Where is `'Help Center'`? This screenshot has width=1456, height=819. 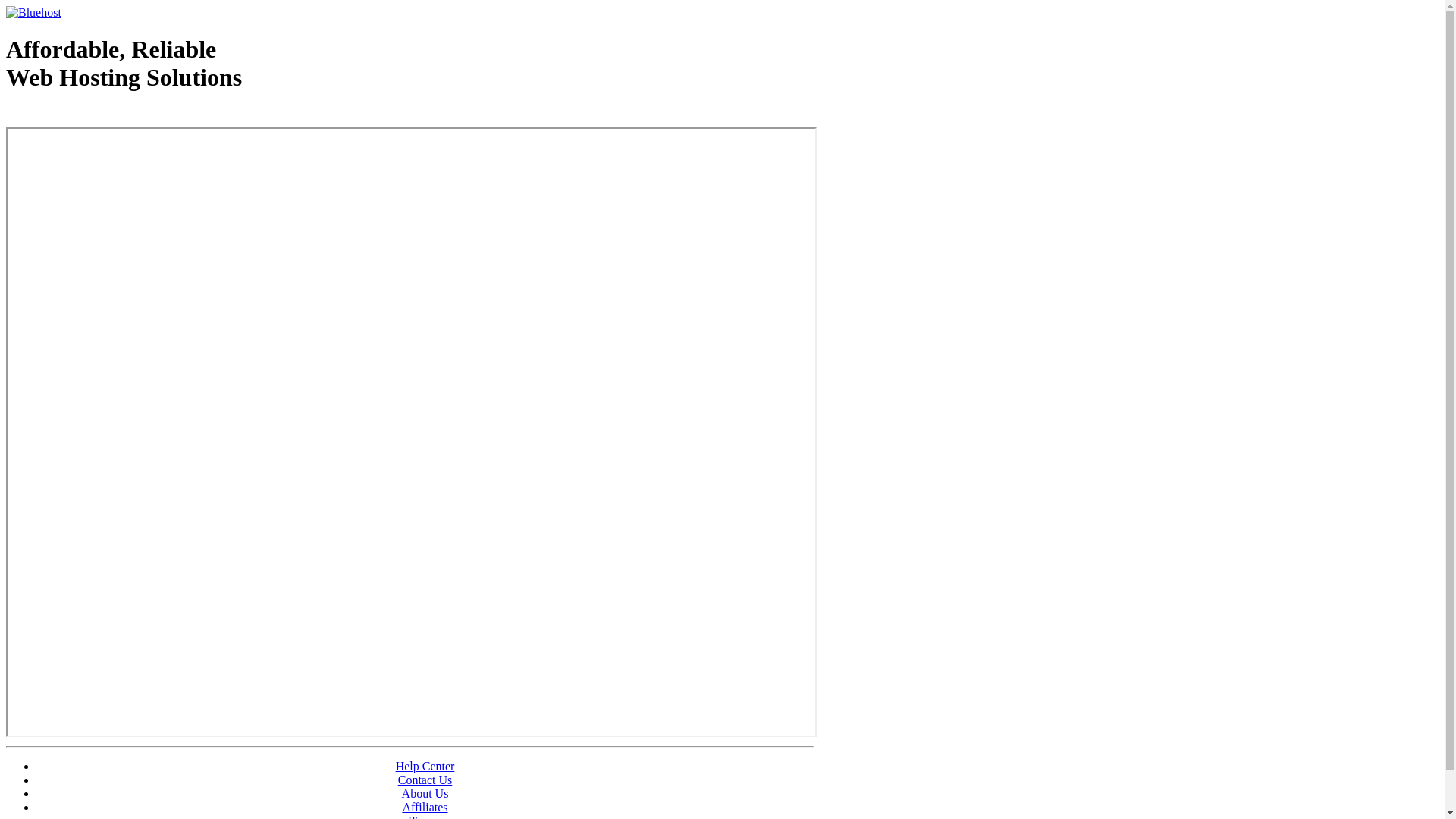 'Help Center' is located at coordinates (425, 766).